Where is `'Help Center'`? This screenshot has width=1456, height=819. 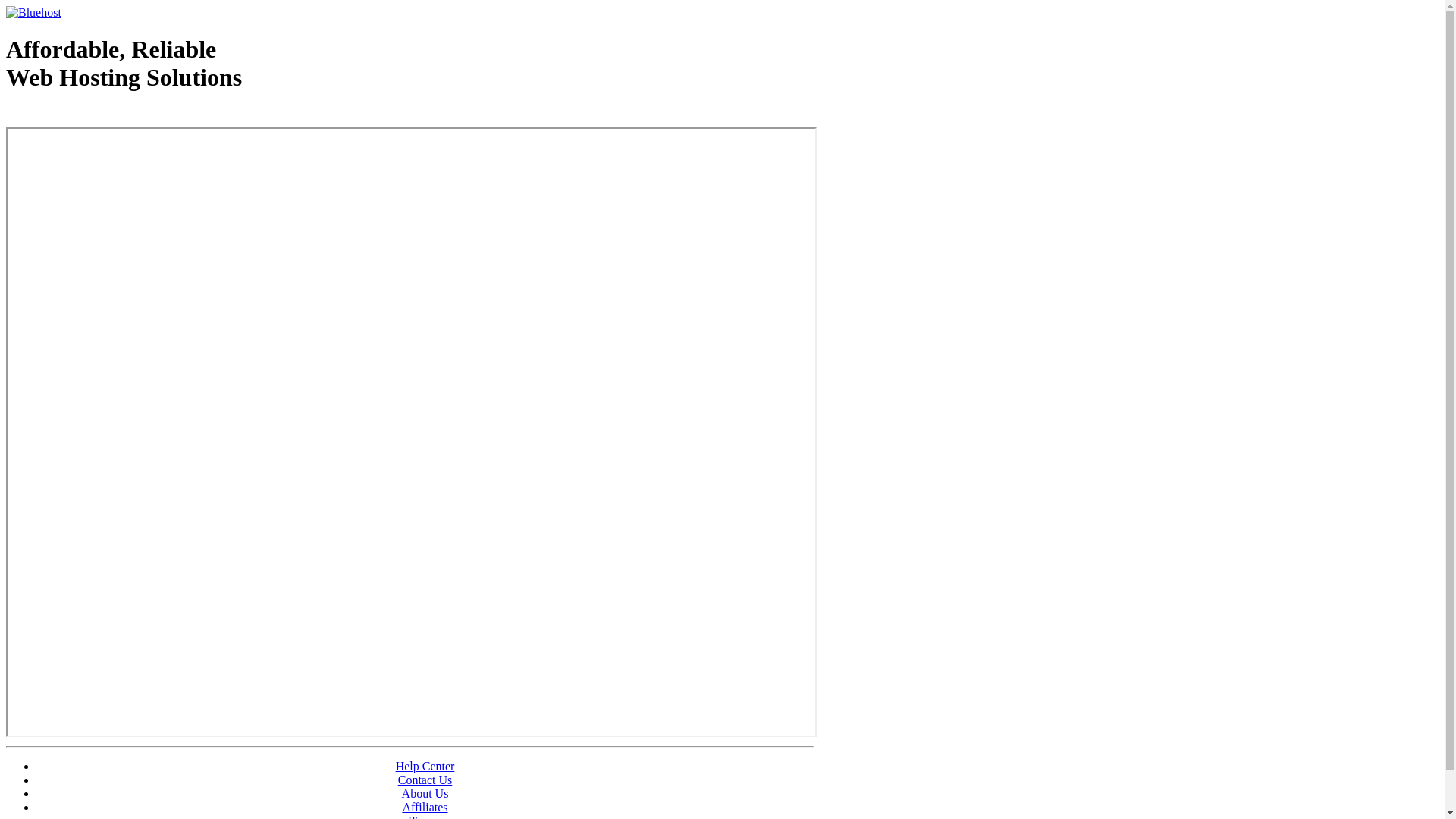 'Help Center' is located at coordinates (425, 766).